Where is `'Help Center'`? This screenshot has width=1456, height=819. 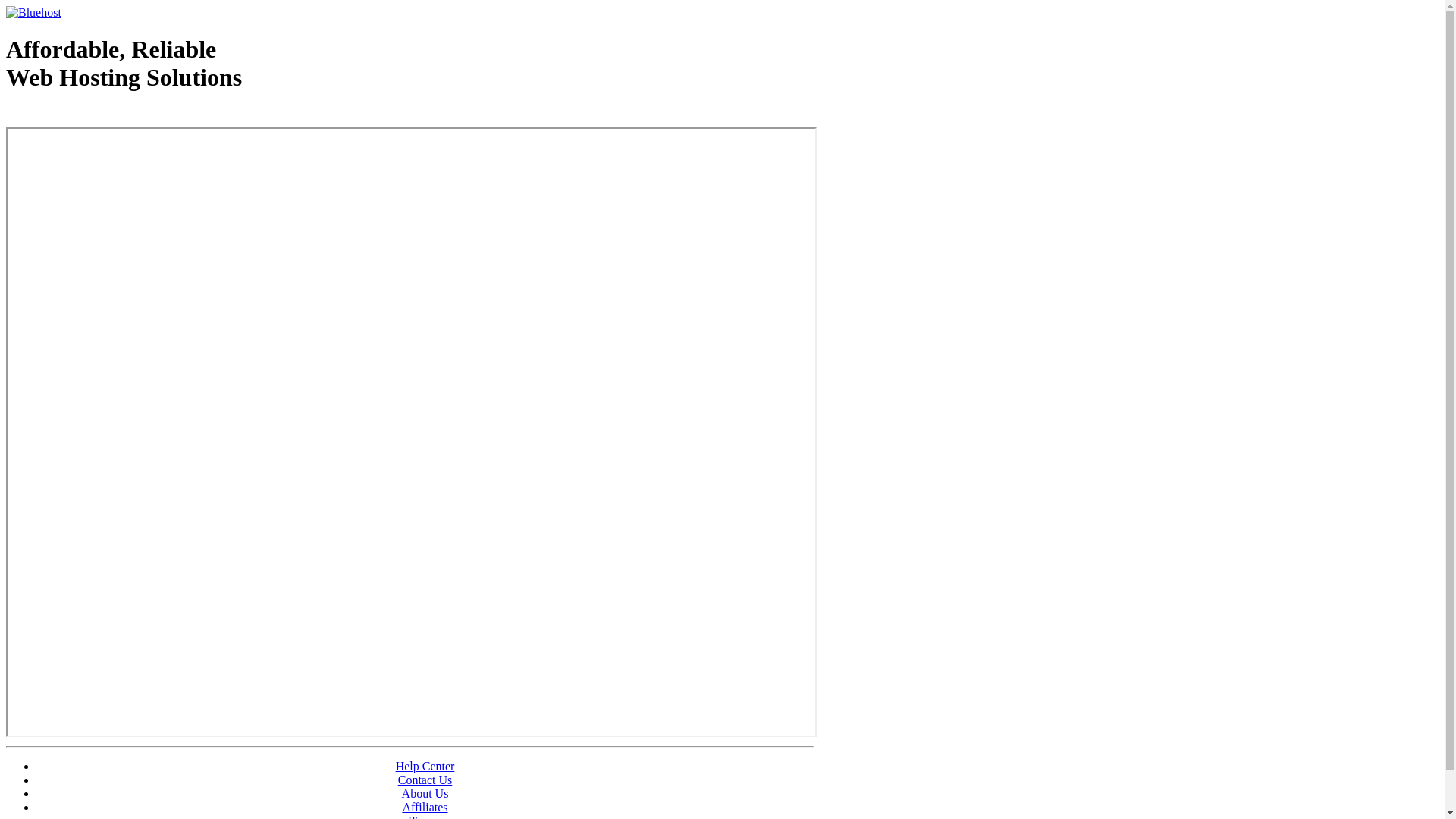 'Help Center' is located at coordinates (425, 766).